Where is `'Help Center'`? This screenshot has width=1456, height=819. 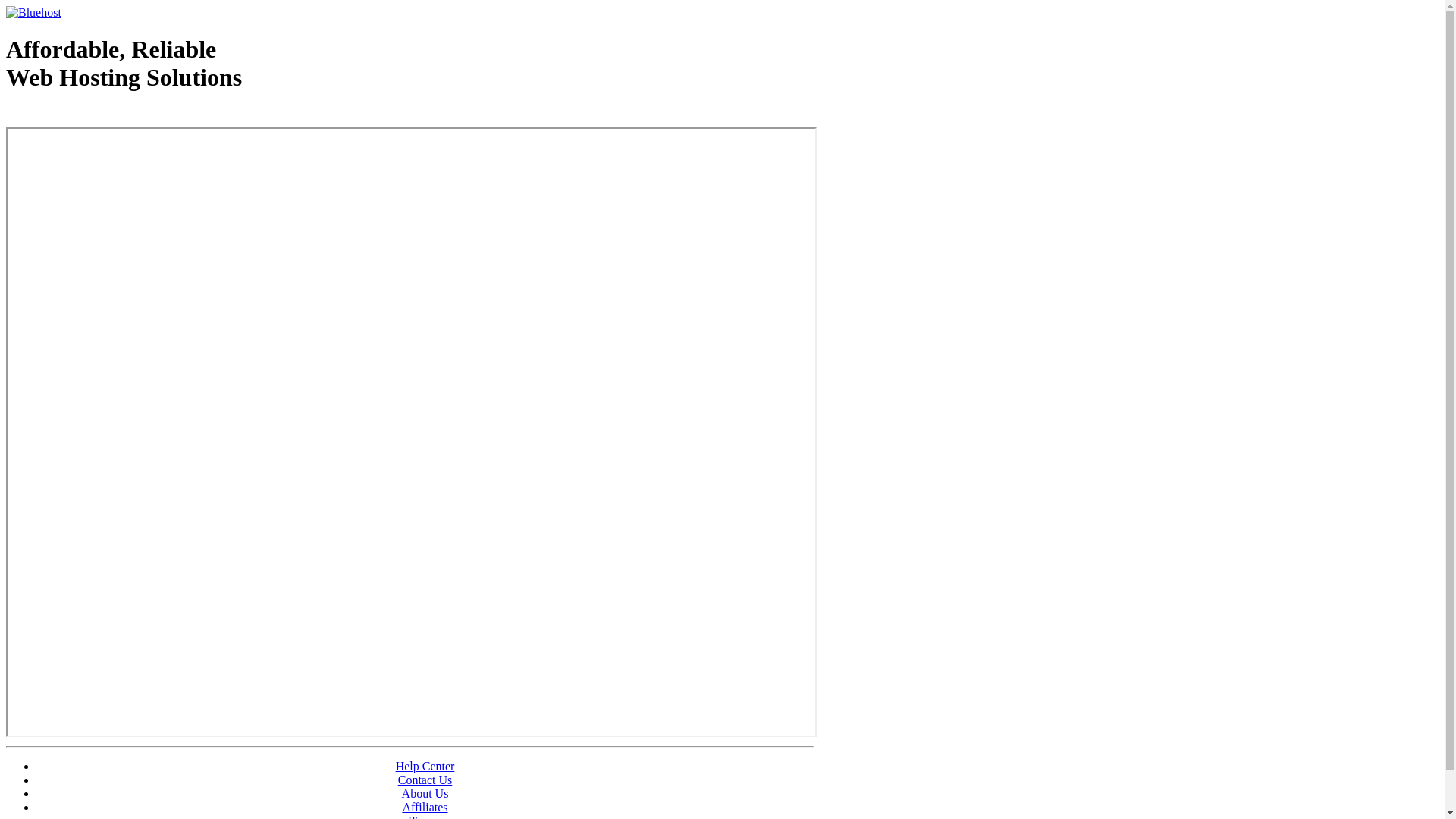 'Help Center' is located at coordinates (425, 766).